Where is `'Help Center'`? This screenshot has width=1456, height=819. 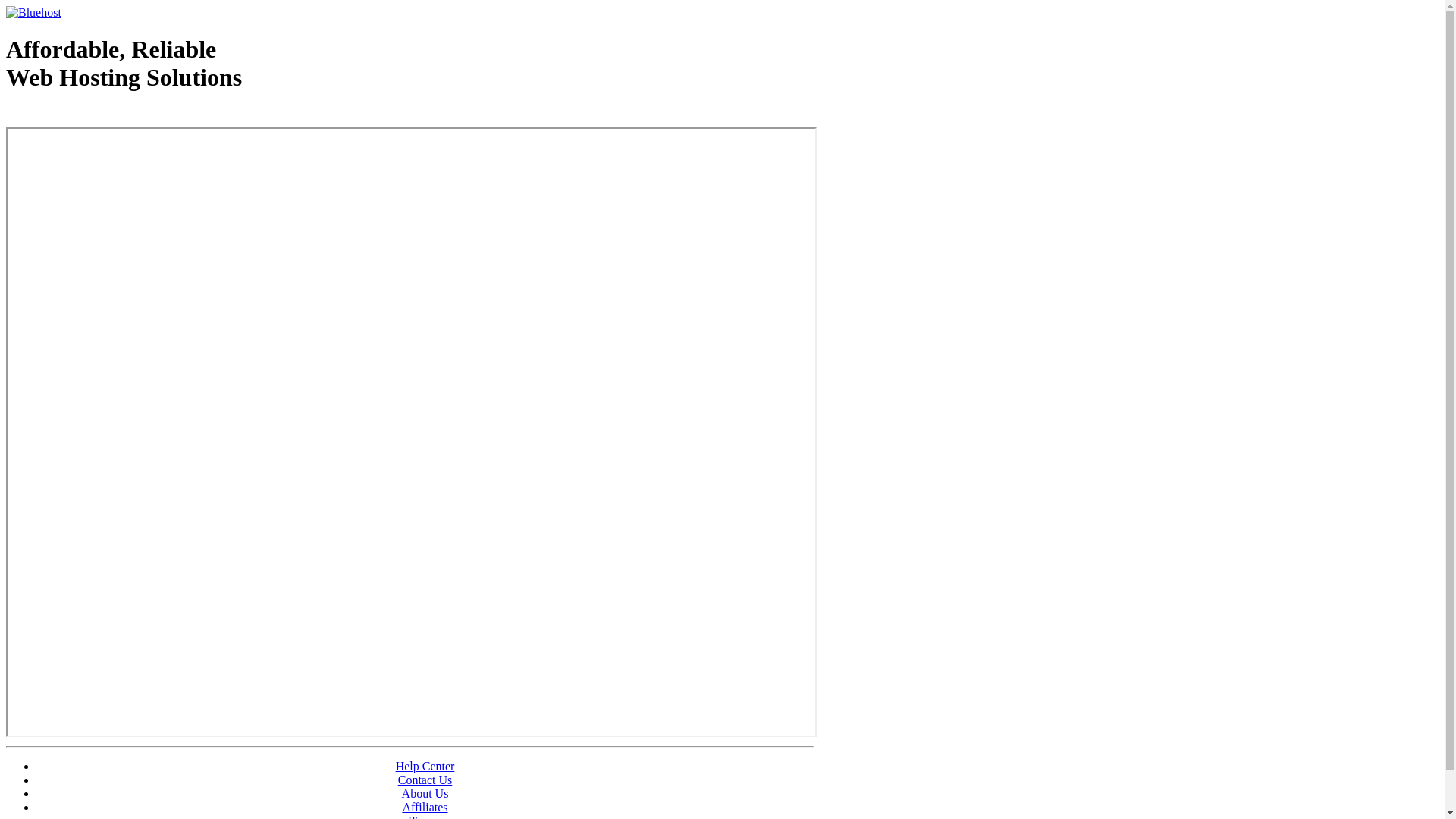 'Help Center' is located at coordinates (425, 766).